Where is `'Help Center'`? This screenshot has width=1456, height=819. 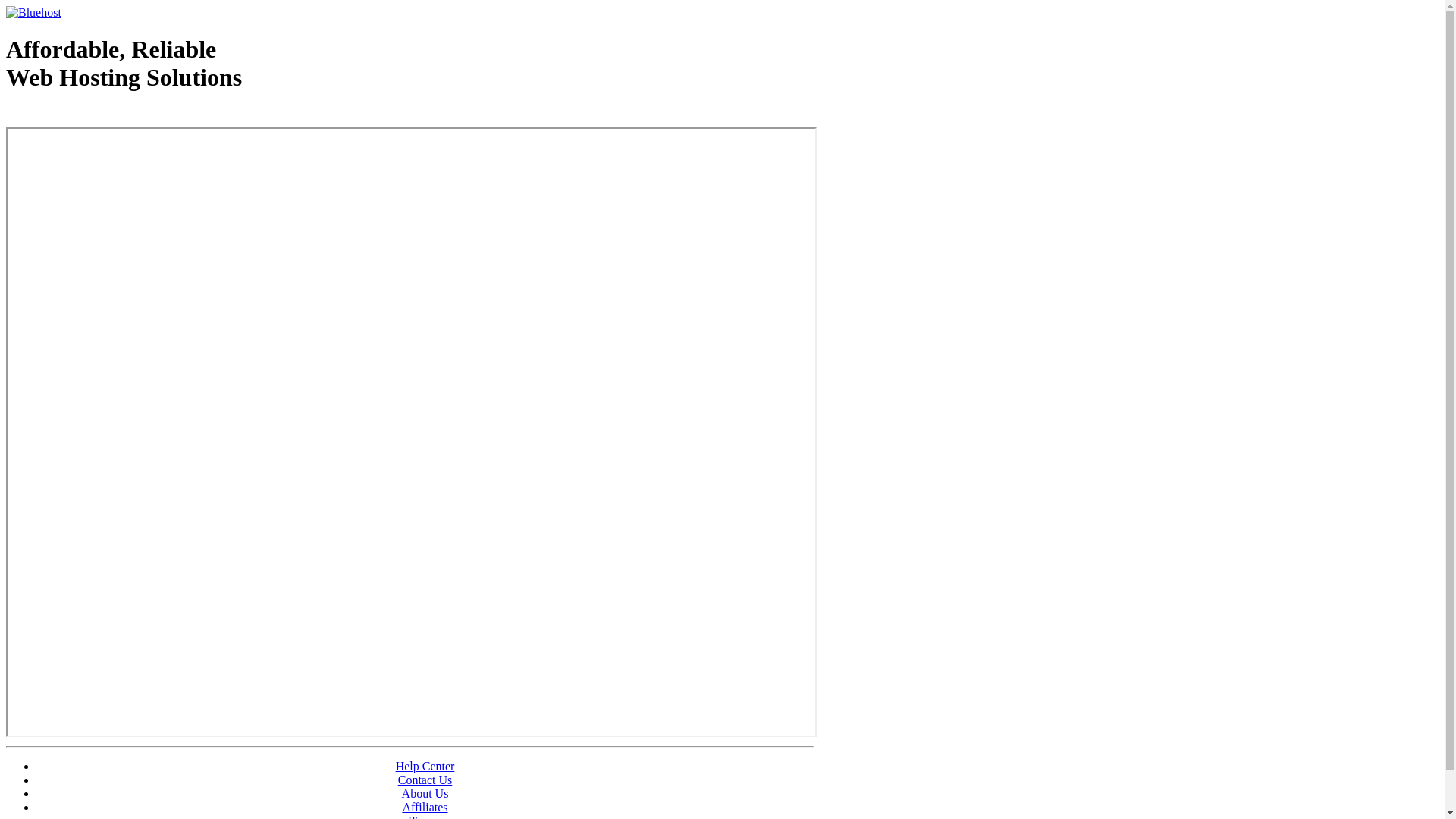 'Help Center' is located at coordinates (425, 766).